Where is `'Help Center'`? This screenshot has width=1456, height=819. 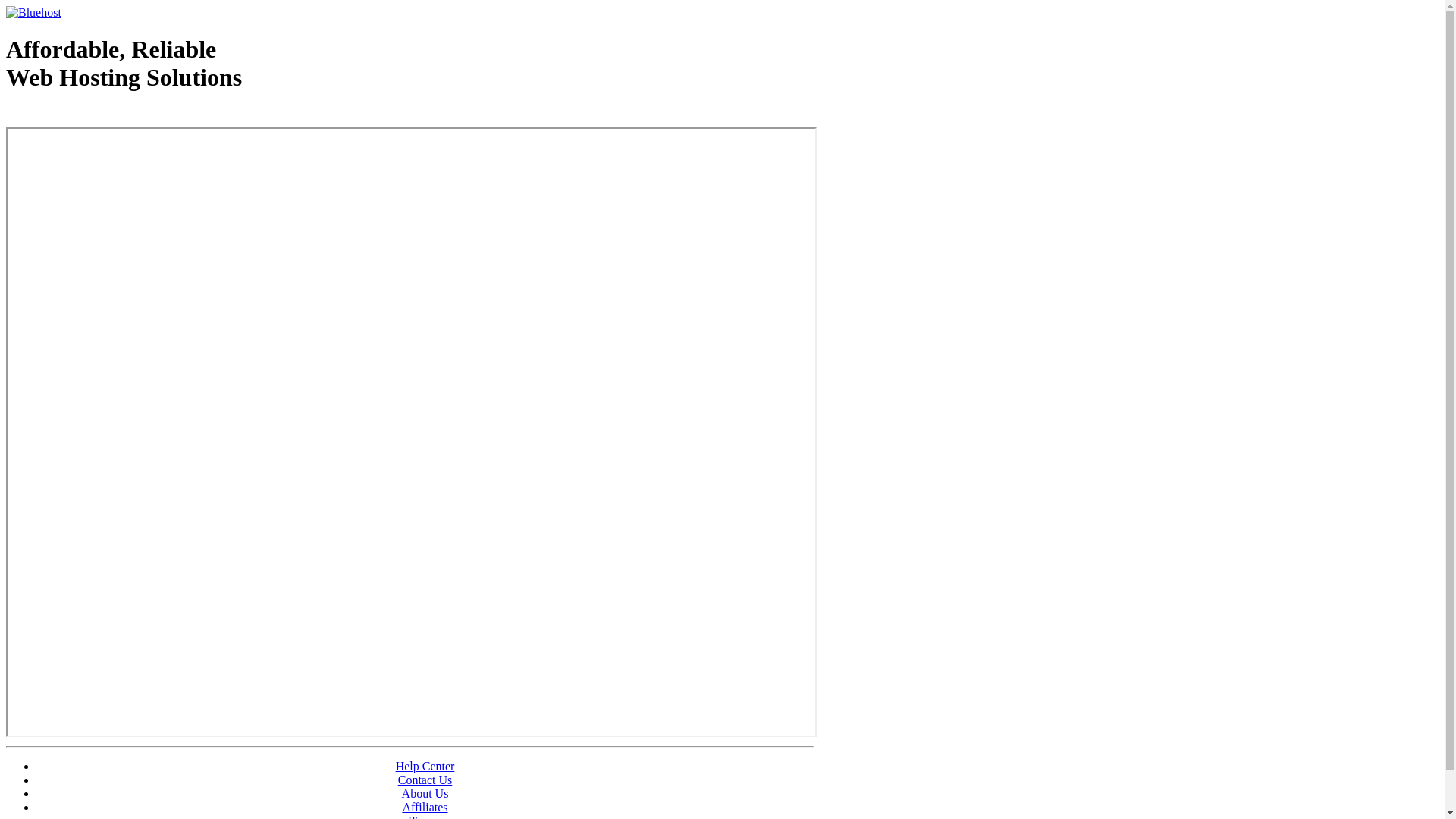 'Help Center' is located at coordinates (425, 766).